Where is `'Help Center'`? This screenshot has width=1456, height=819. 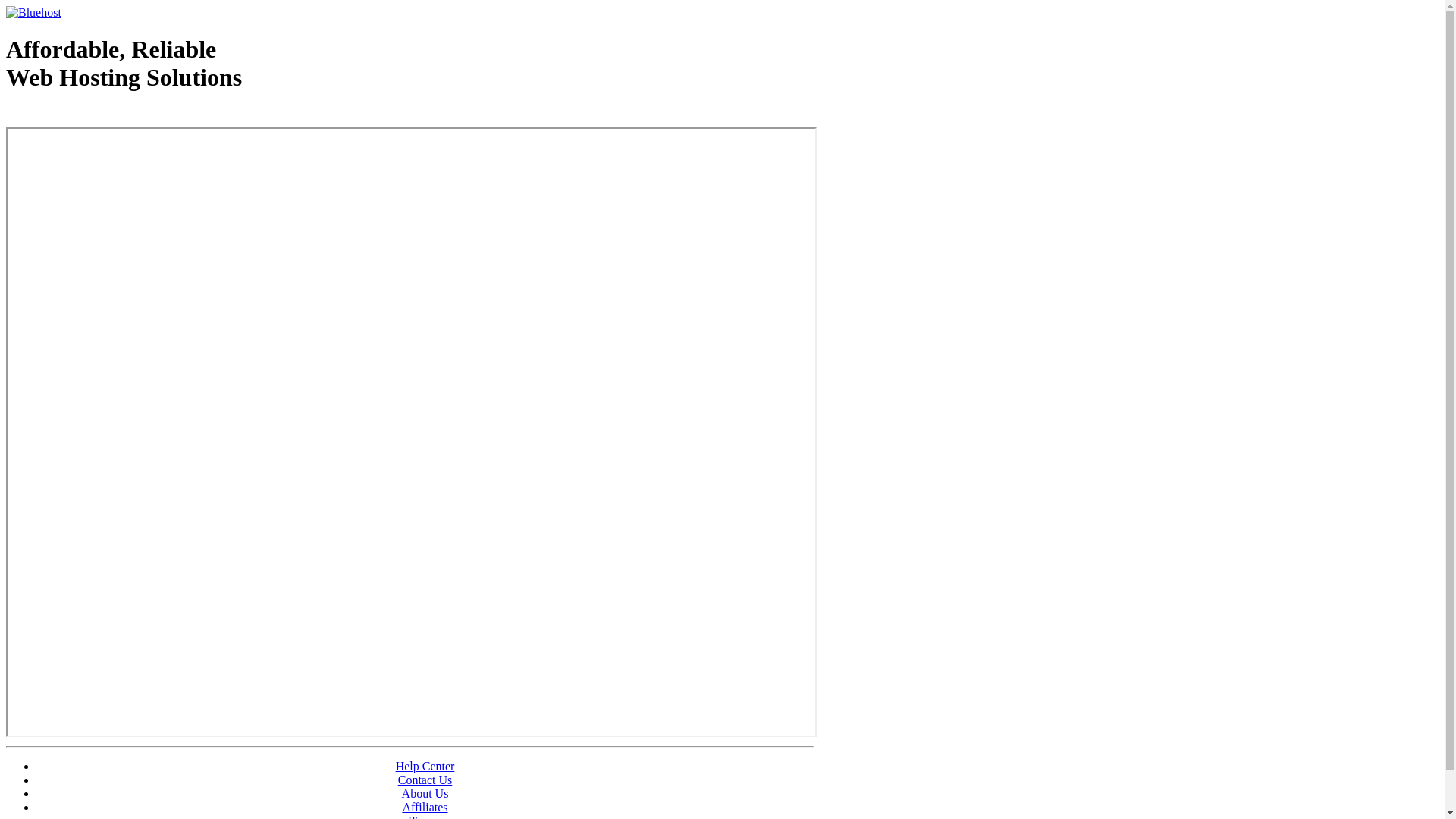 'Help Center' is located at coordinates (425, 766).